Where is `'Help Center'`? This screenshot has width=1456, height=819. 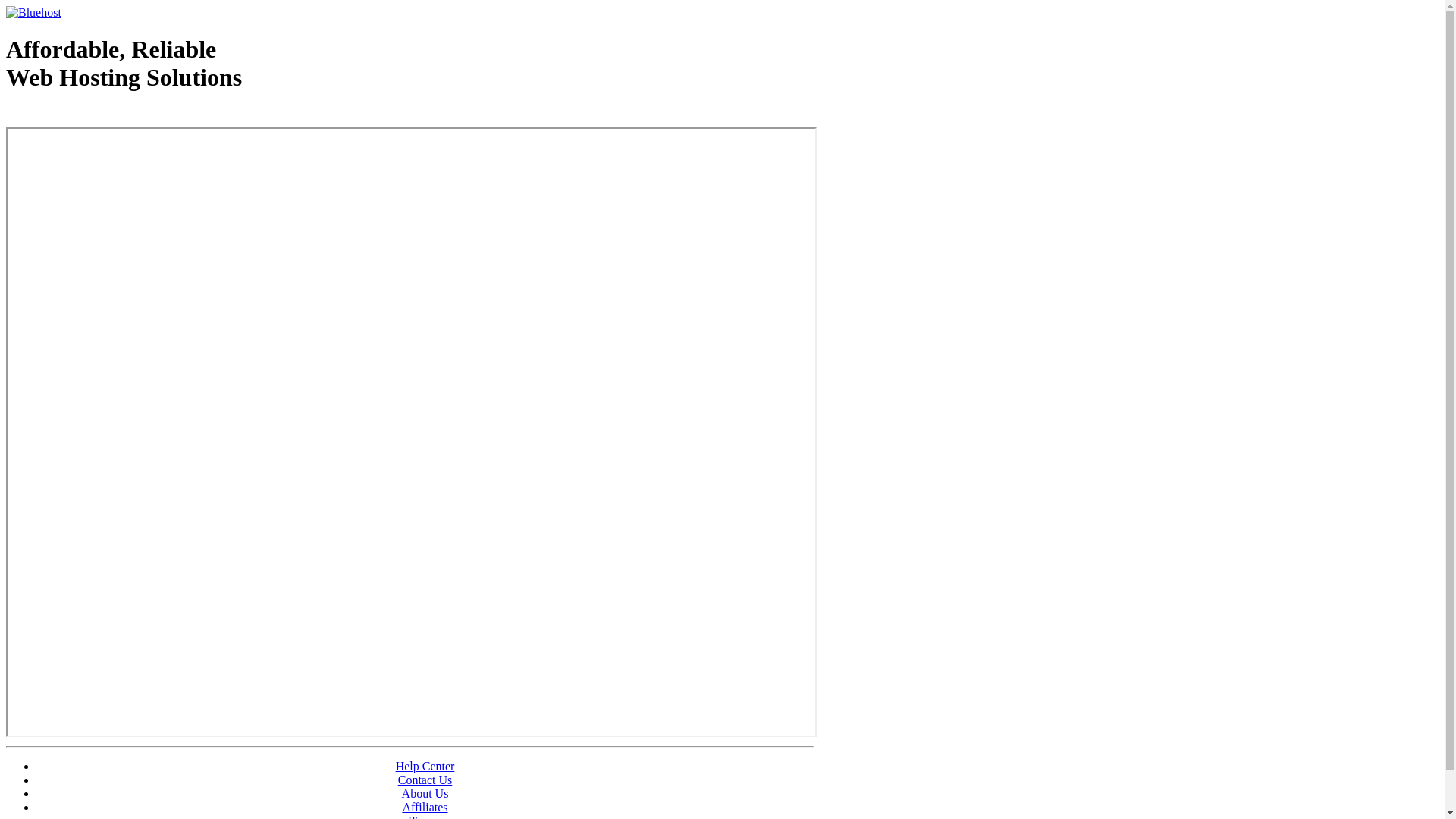 'Help Center' is located at coordinates (425, 766).